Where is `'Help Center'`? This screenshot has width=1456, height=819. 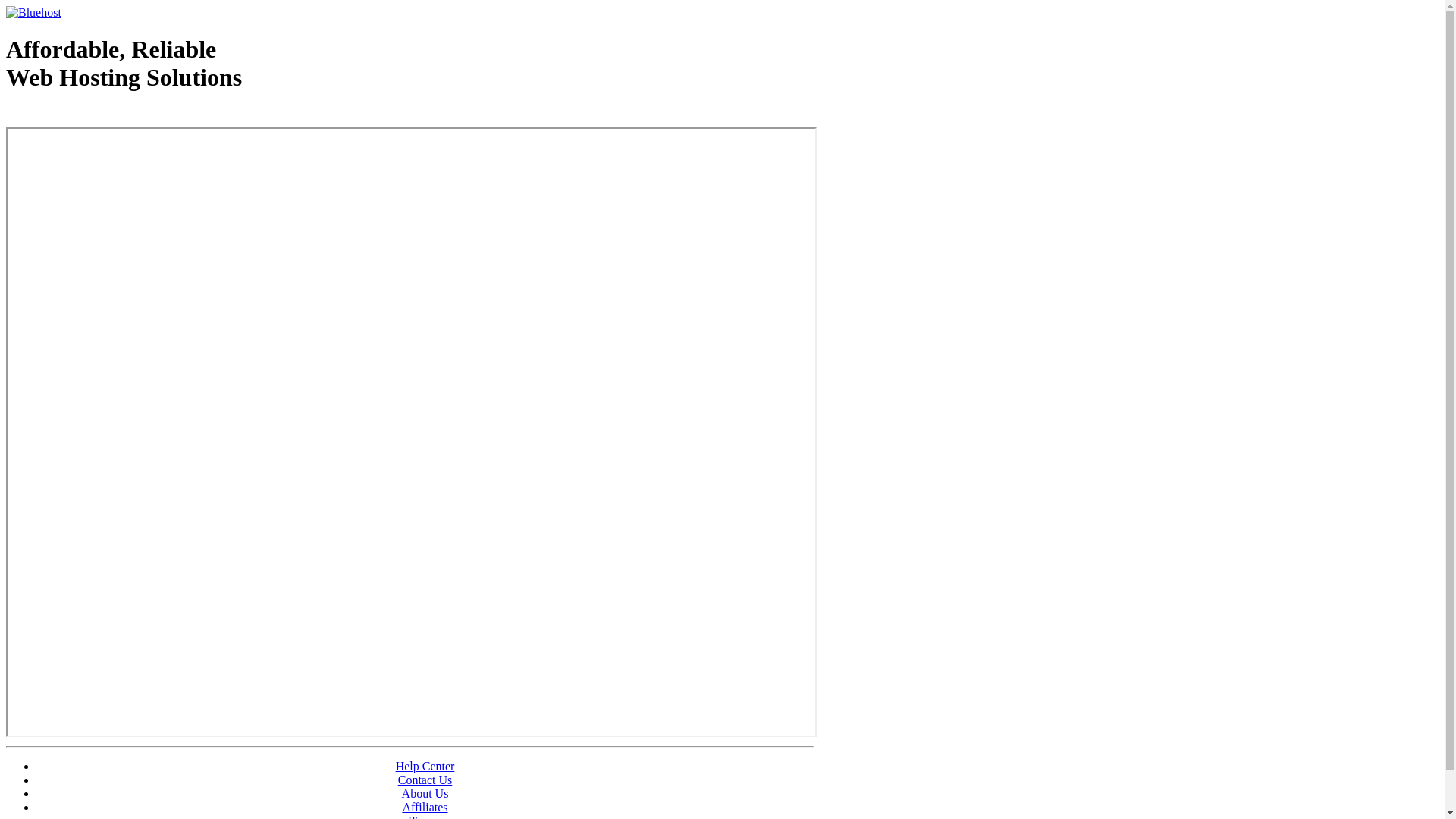 'Help Center' is located at coordinates (425, 766).